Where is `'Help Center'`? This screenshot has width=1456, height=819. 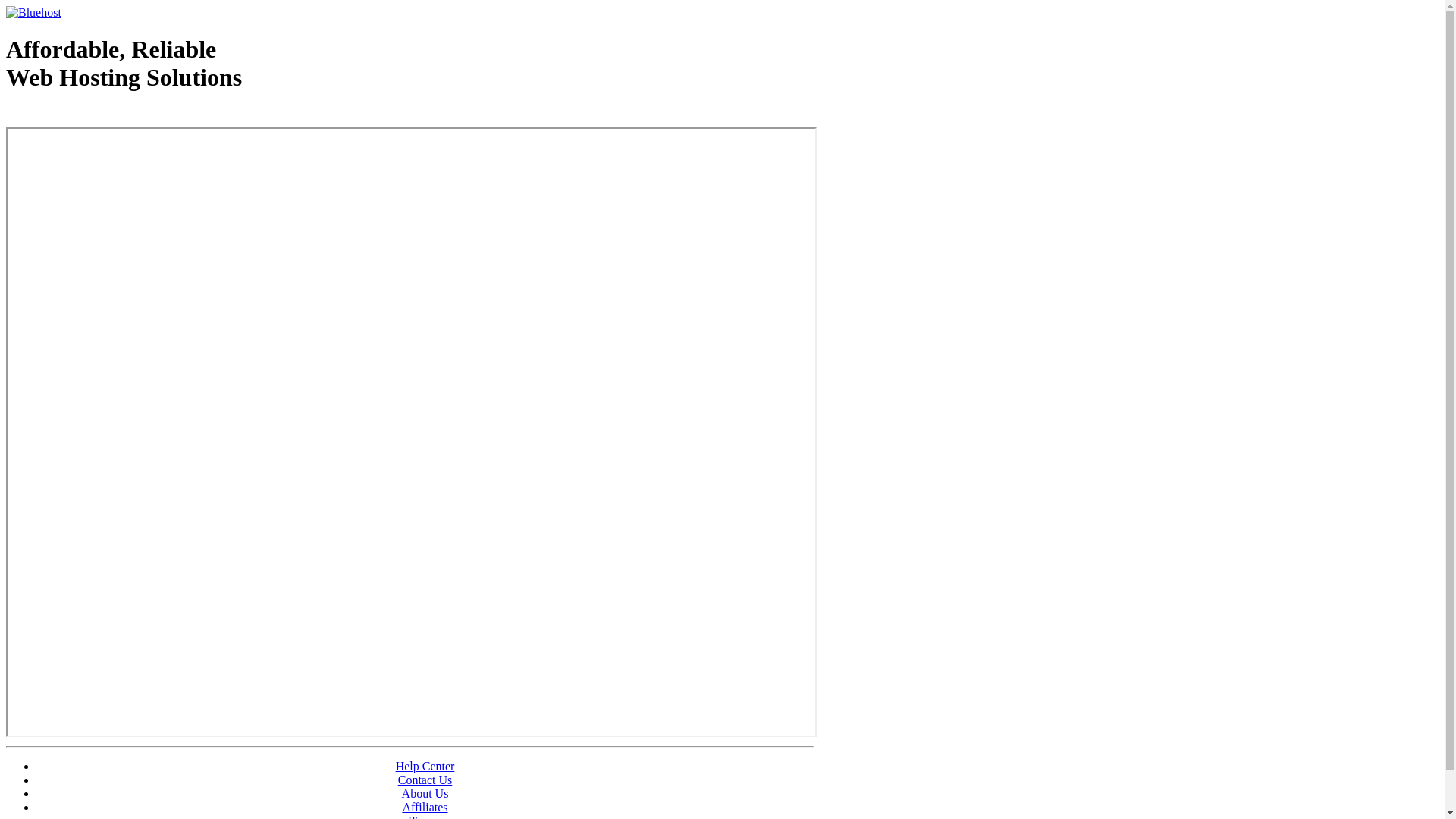 'Help Center' is located at coordinates (425, 766).